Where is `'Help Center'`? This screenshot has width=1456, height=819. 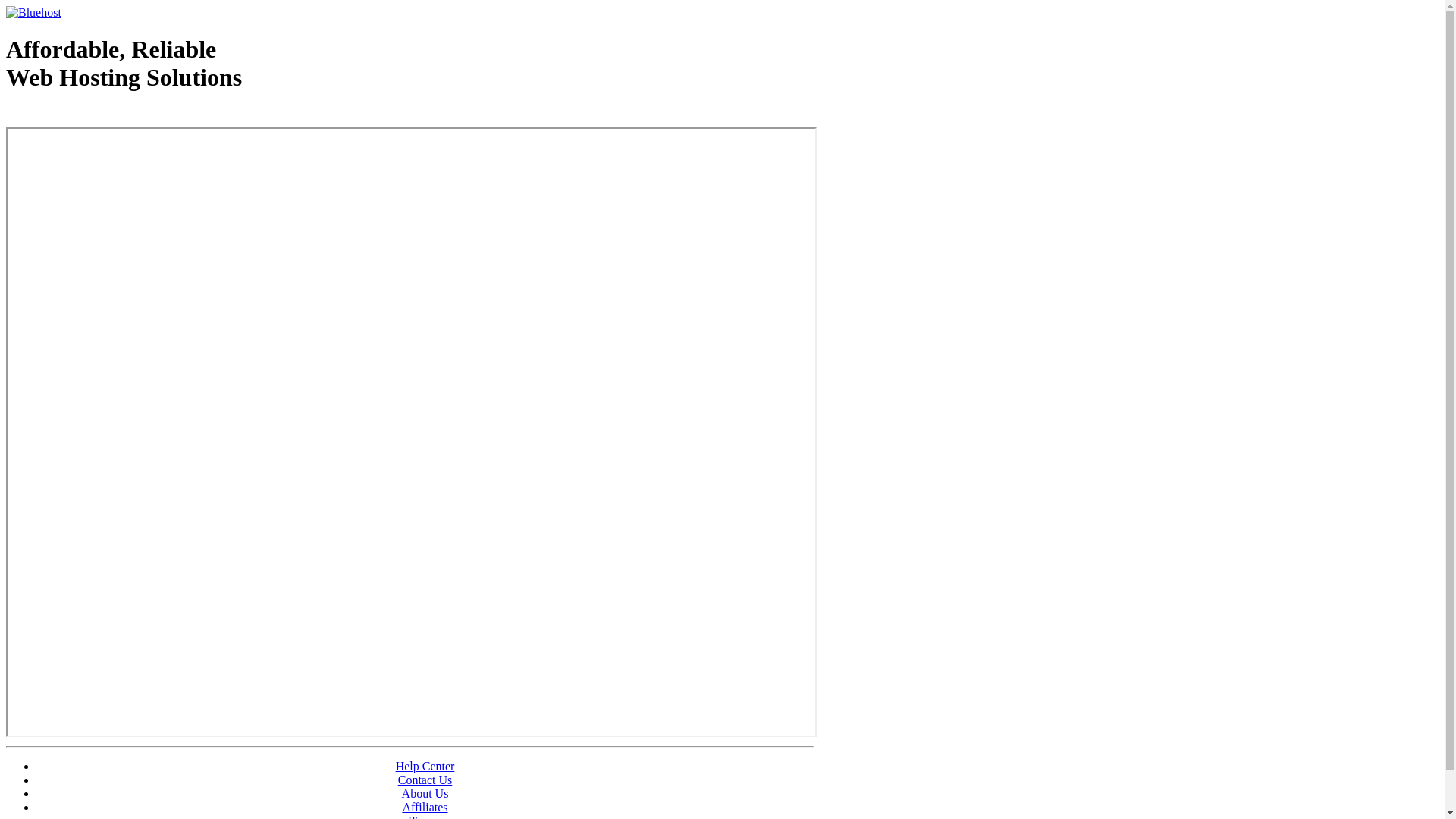 'Help Center' is located at coordinates (425, 766).